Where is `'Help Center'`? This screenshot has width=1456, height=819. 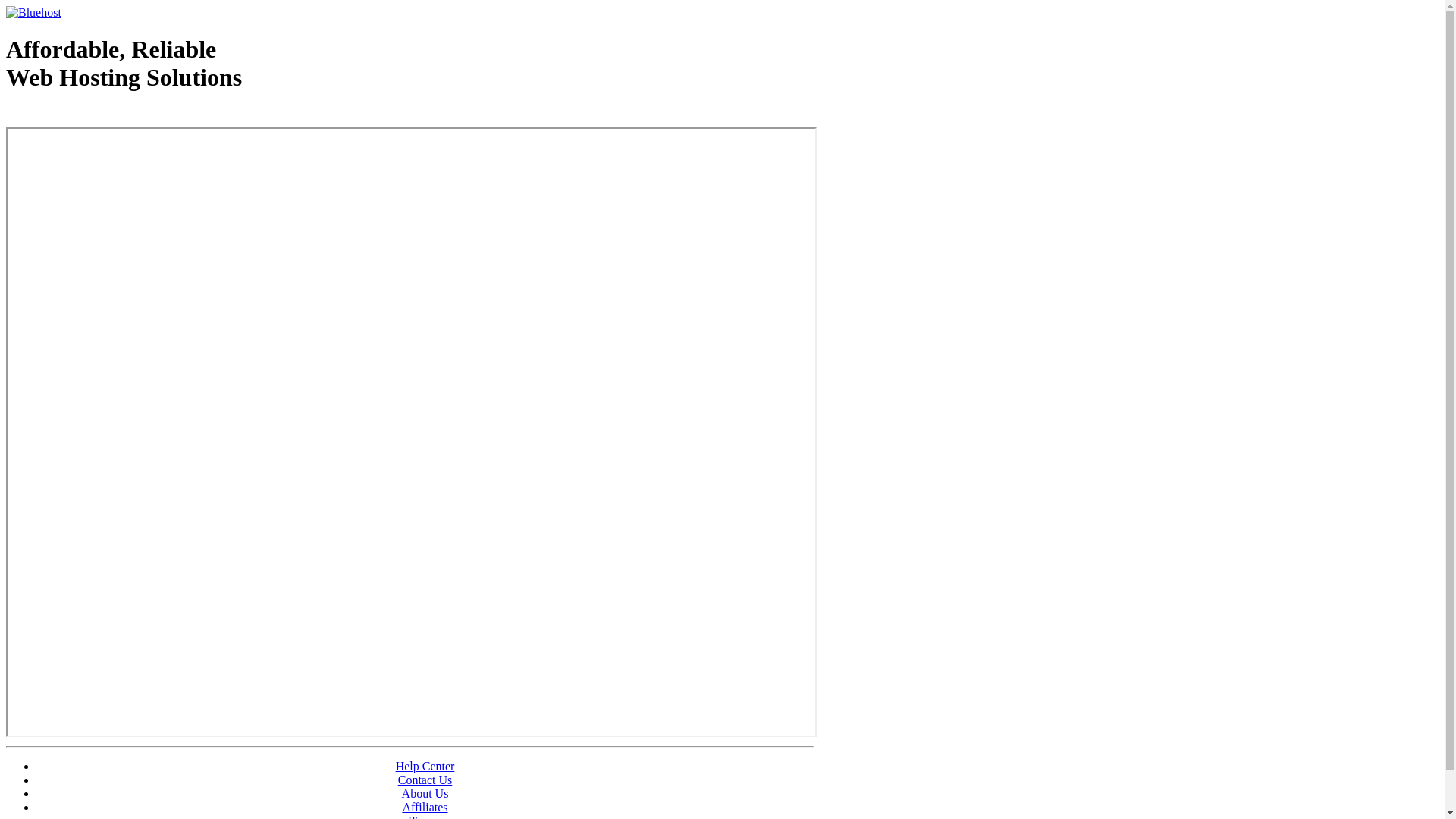 'Help Center' is located at coordinates (425, 766).